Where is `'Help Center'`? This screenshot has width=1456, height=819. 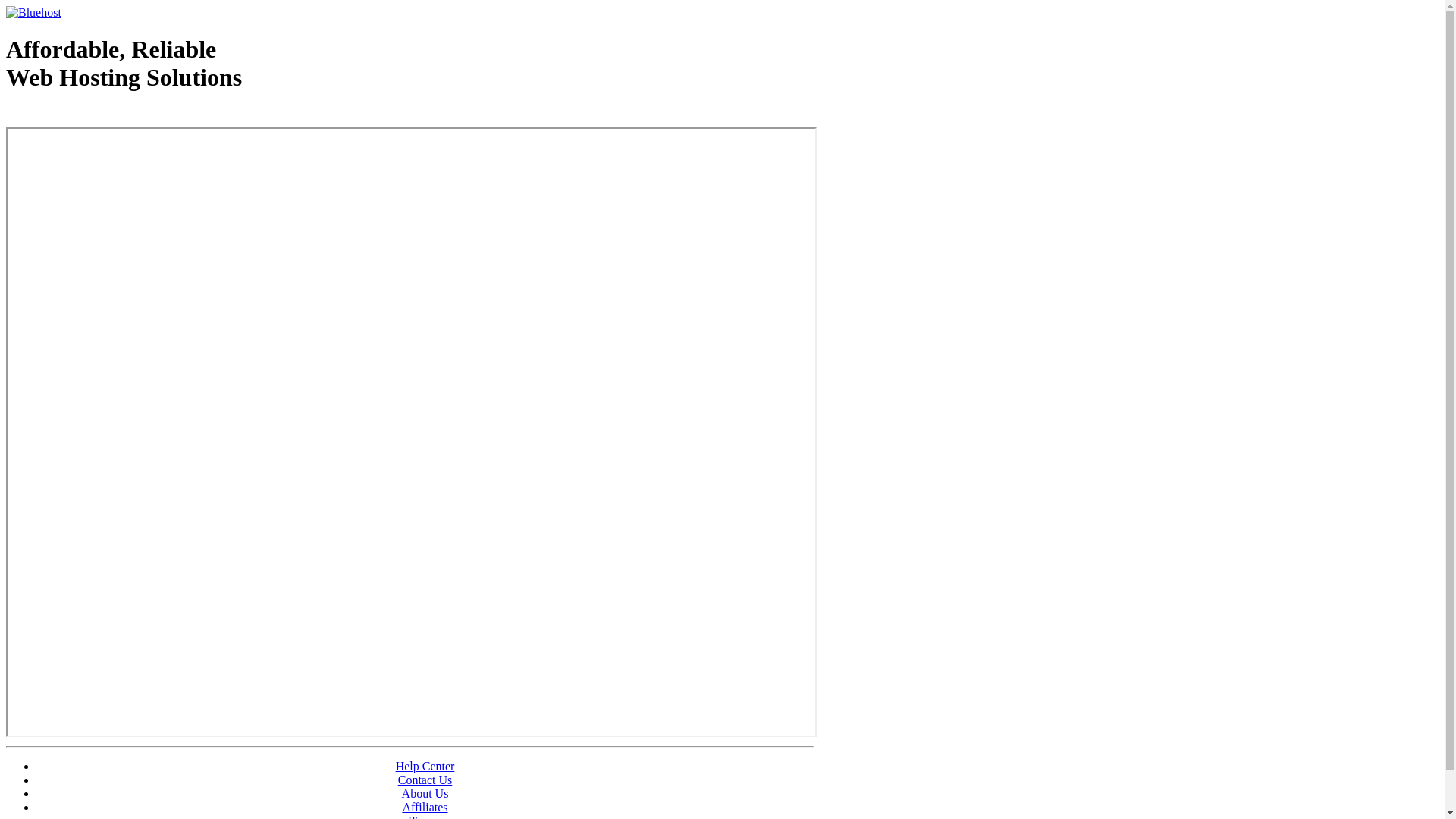 'Help Center' is located at coordinates (425, 766).